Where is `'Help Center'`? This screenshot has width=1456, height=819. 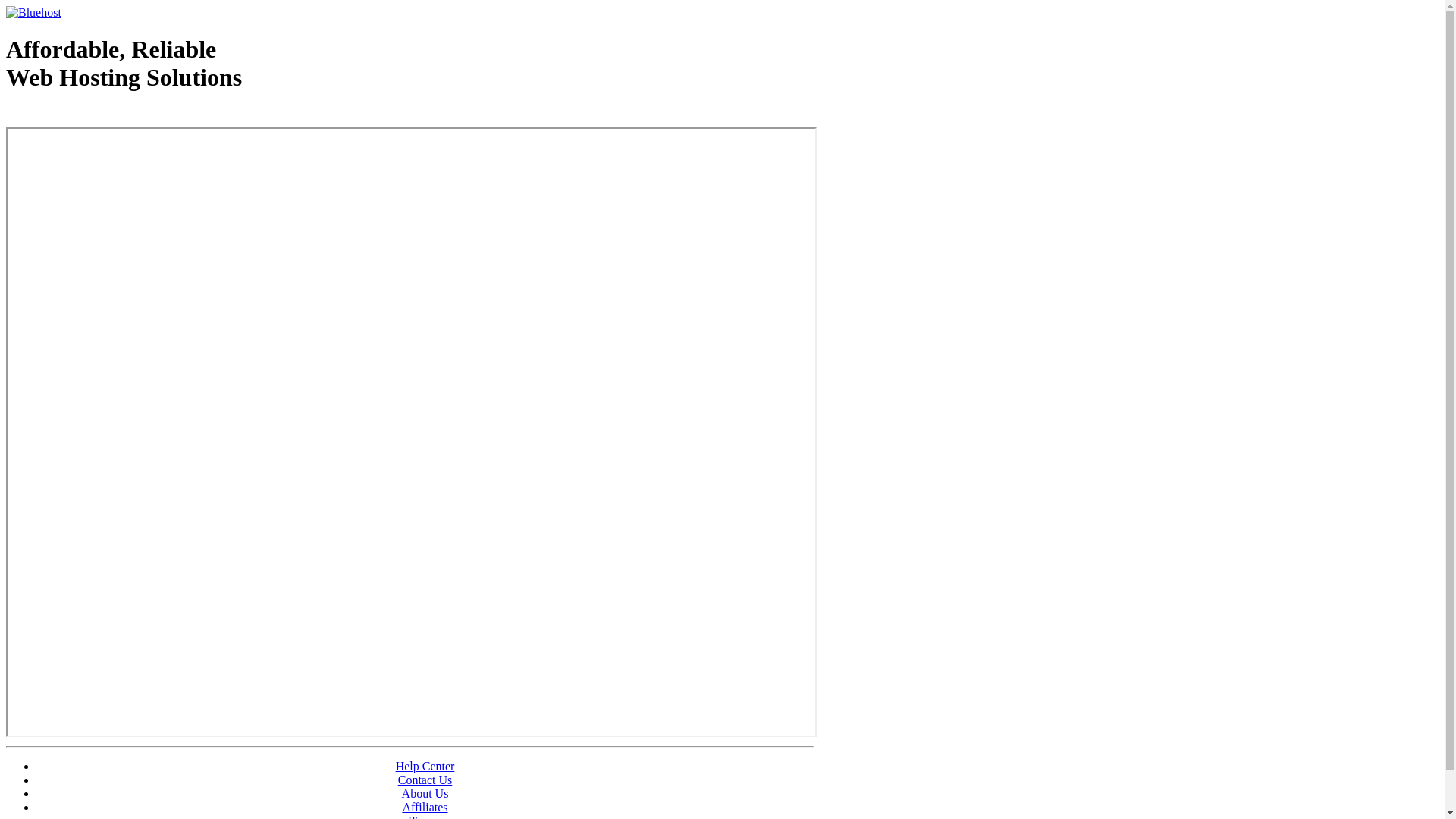 'Help Center' is located at coordinates (425, 766).